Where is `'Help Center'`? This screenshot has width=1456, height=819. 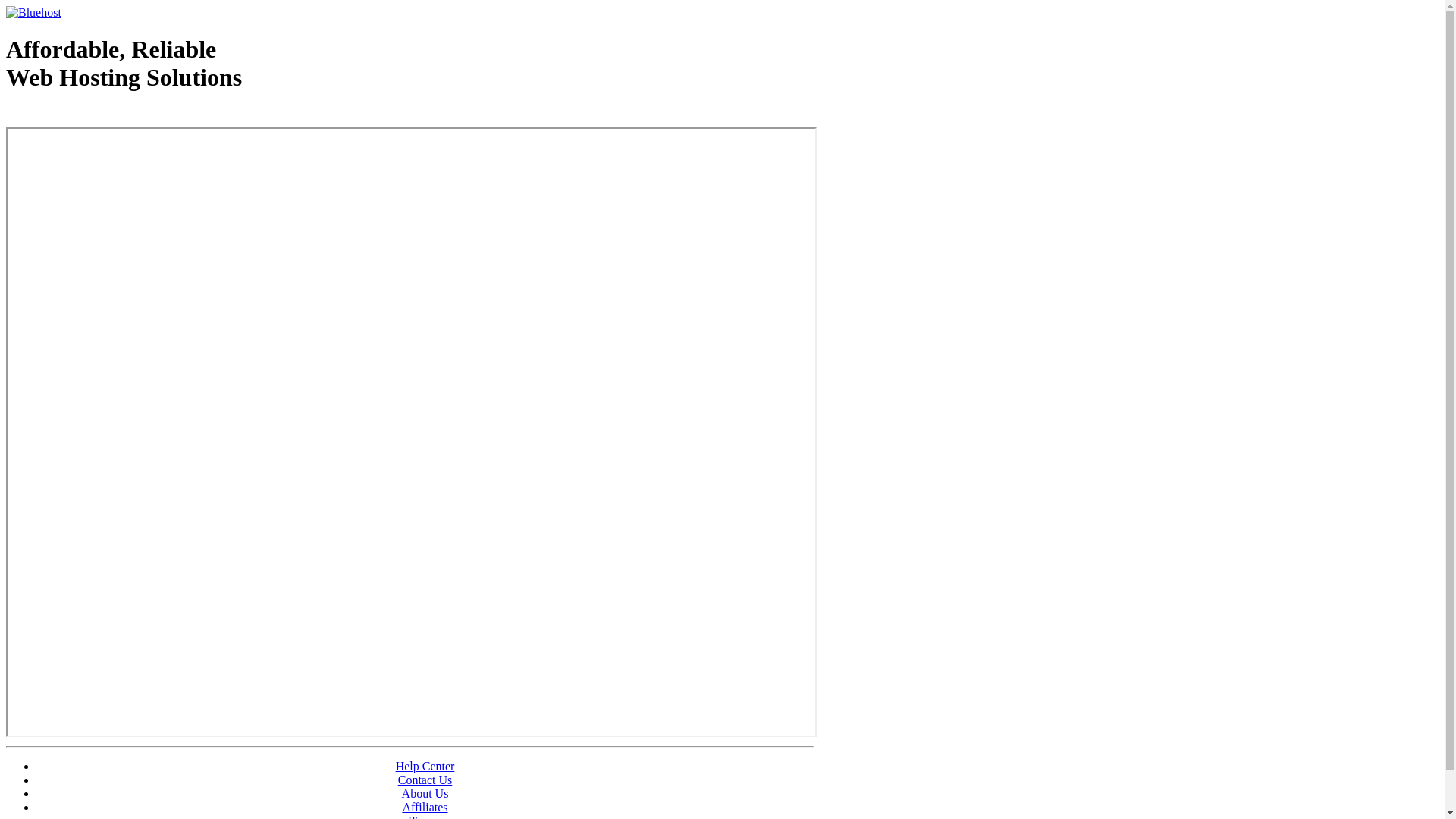 'Help Center' is located at coordinates (425, 766).